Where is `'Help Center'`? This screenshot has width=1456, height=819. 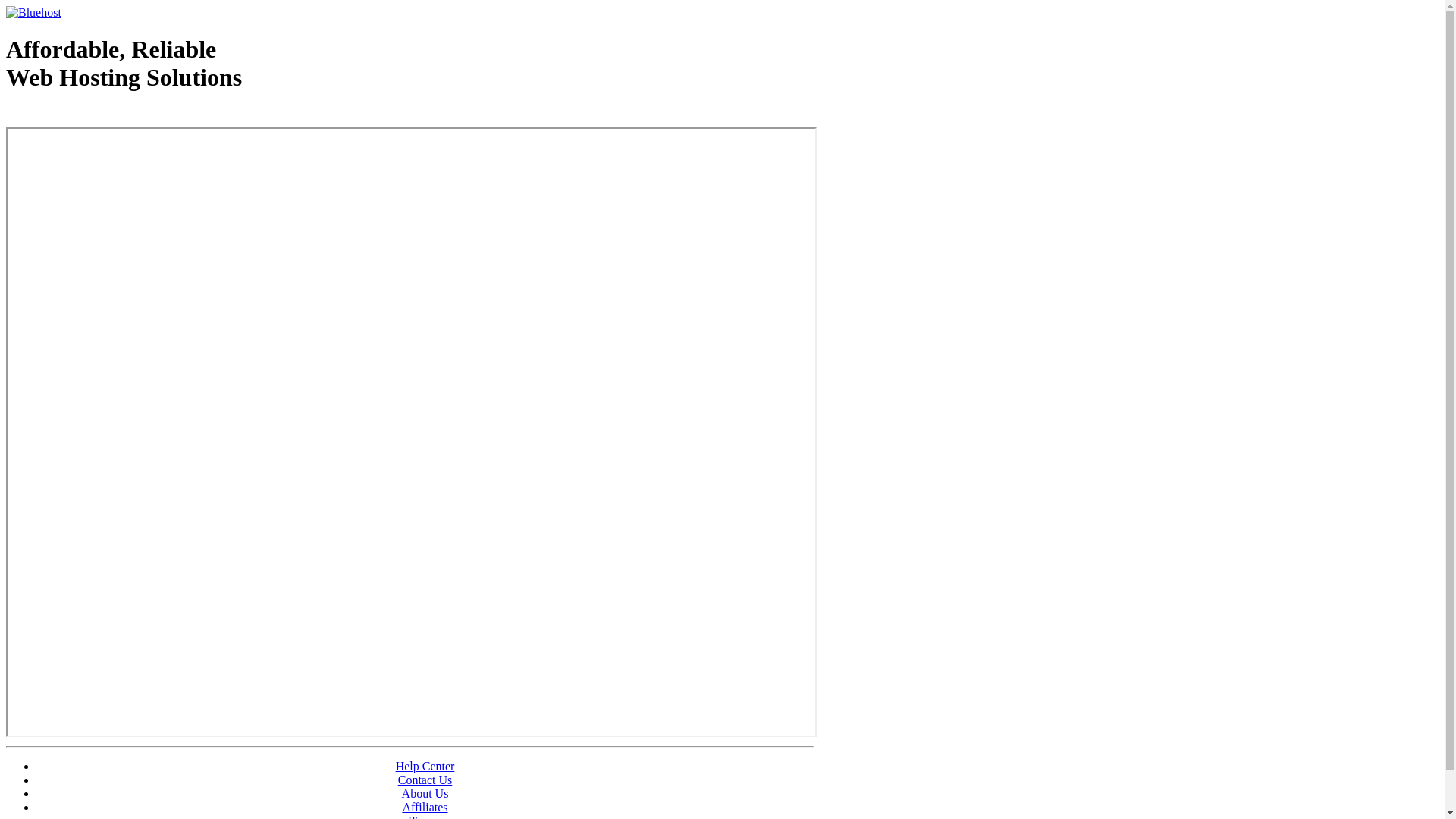 'Help Center' is located at coordinates (425, 766).